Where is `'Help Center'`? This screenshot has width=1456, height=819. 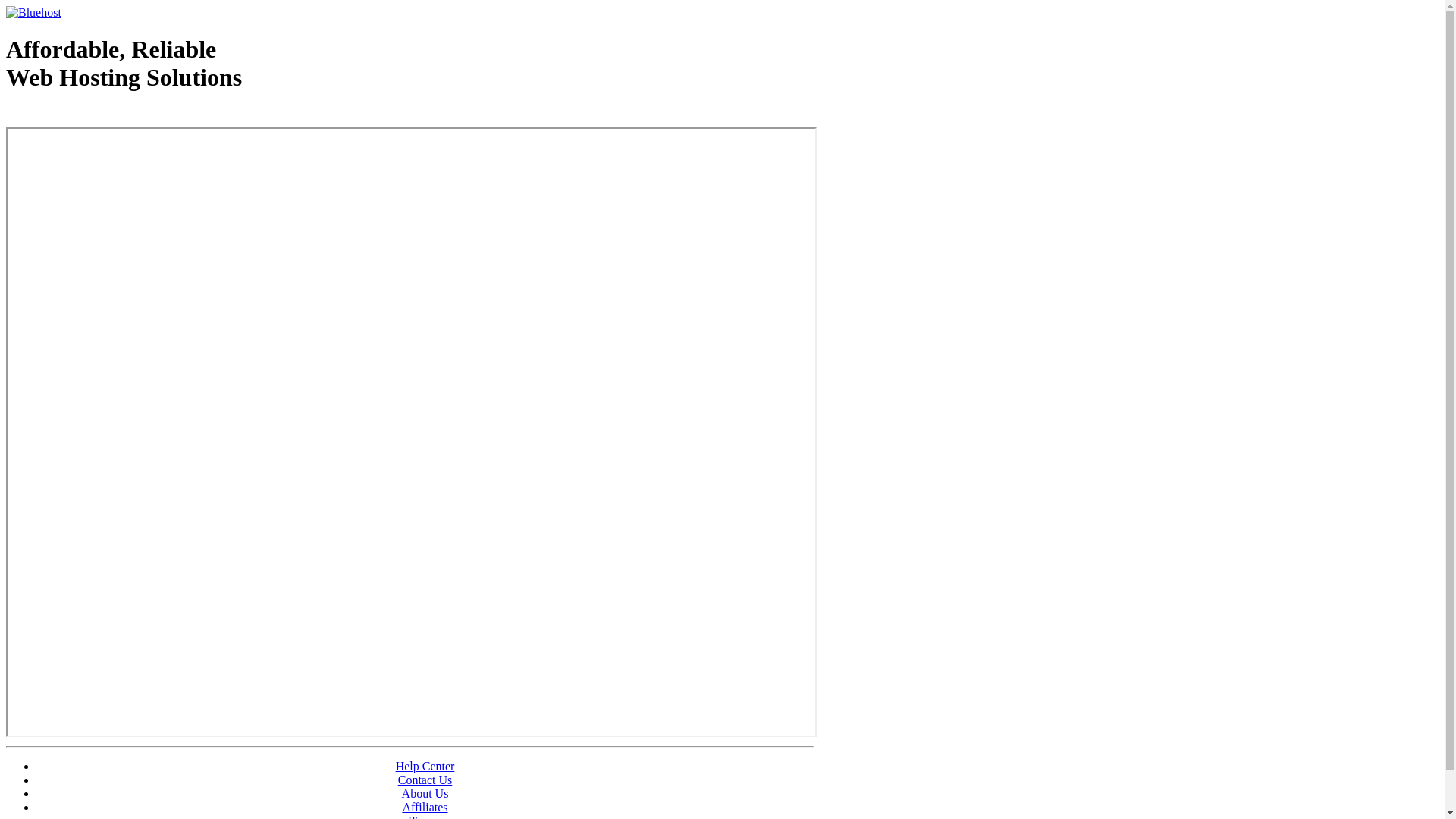 'Help Center' is located at coordinates (425, 766).